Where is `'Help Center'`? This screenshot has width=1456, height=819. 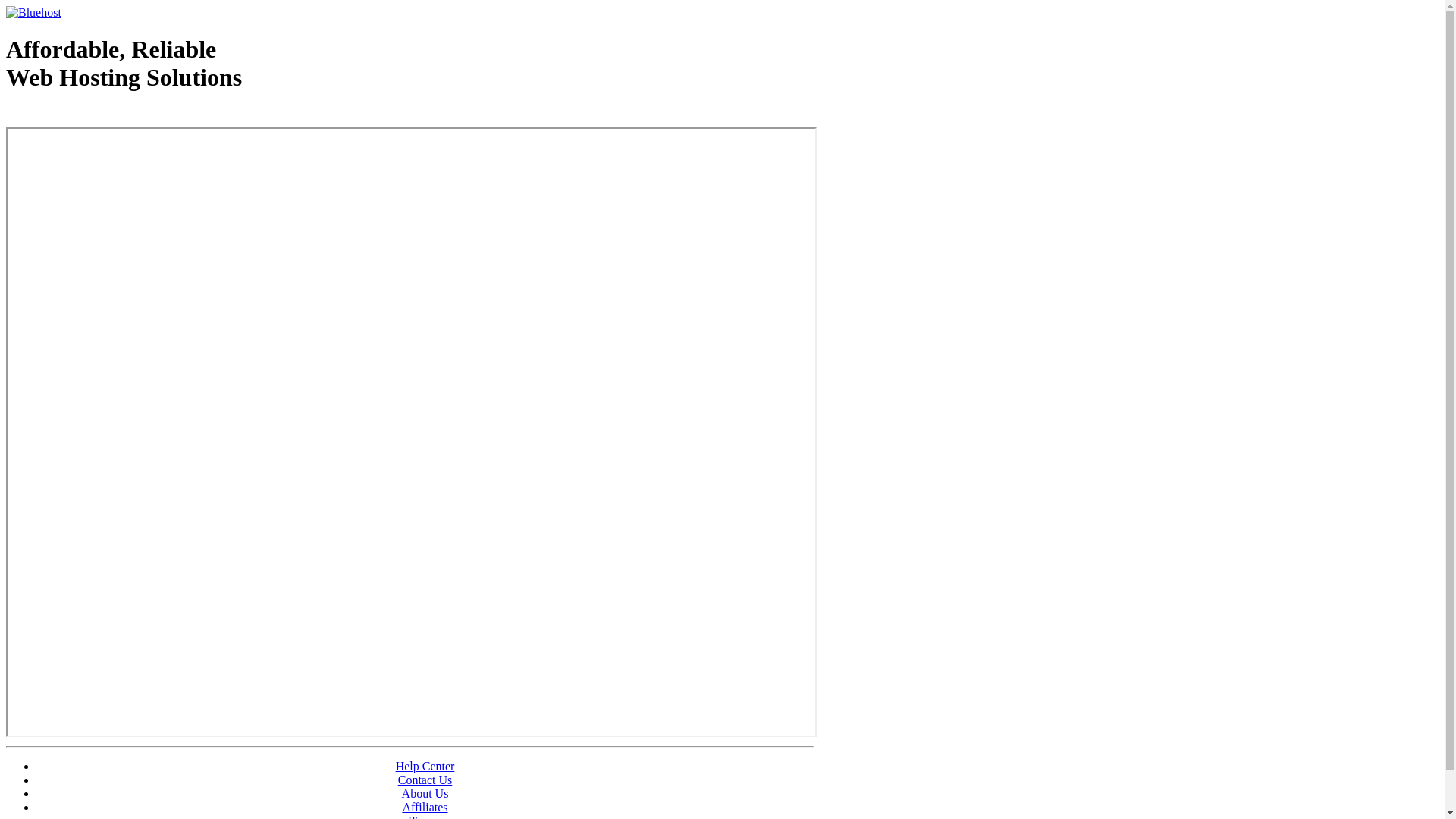 'Help Center' is located at coordinates (425, 766).